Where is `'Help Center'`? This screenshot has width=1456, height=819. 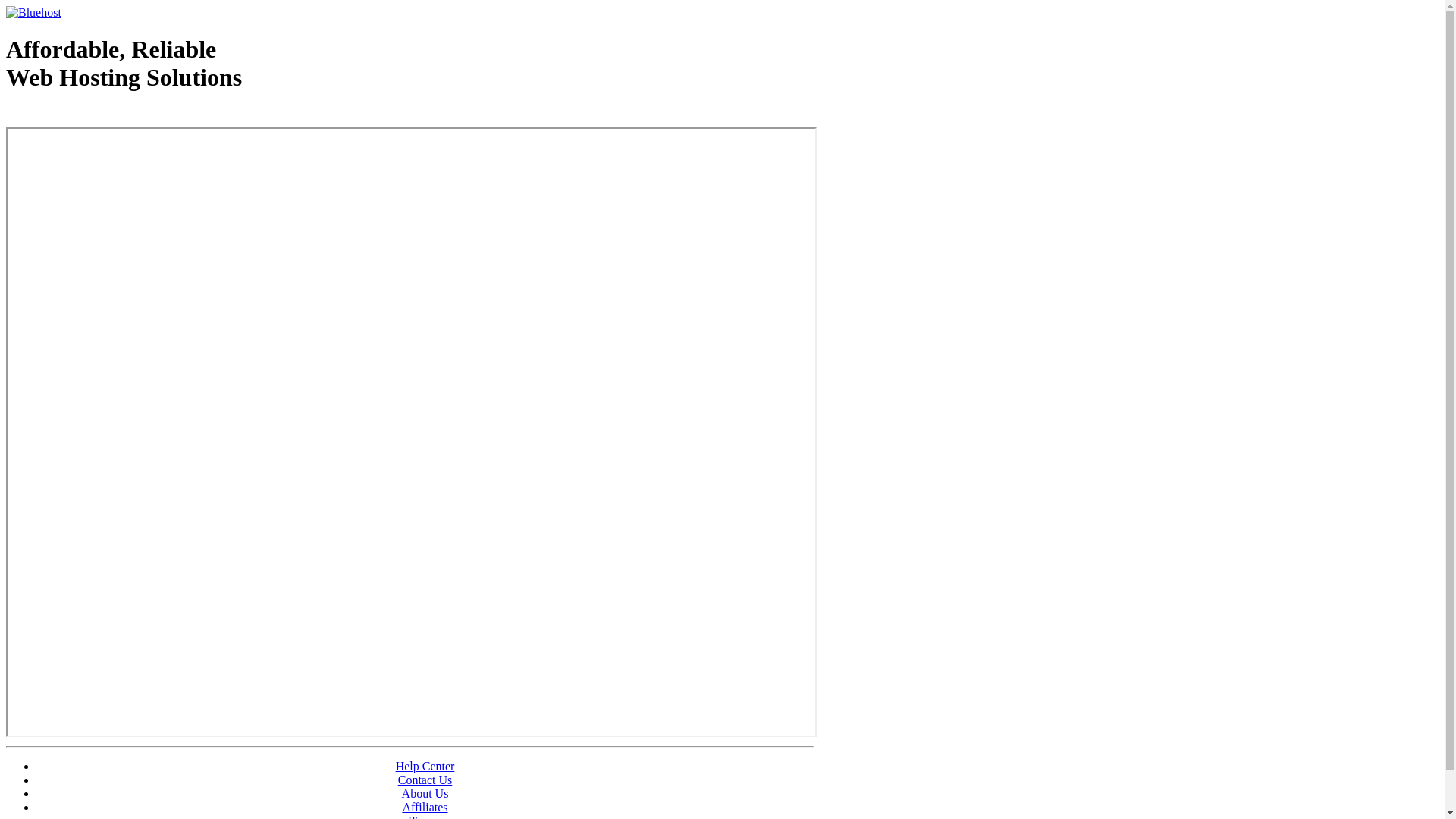 'Help Center' is located at coordinates (425, 766).